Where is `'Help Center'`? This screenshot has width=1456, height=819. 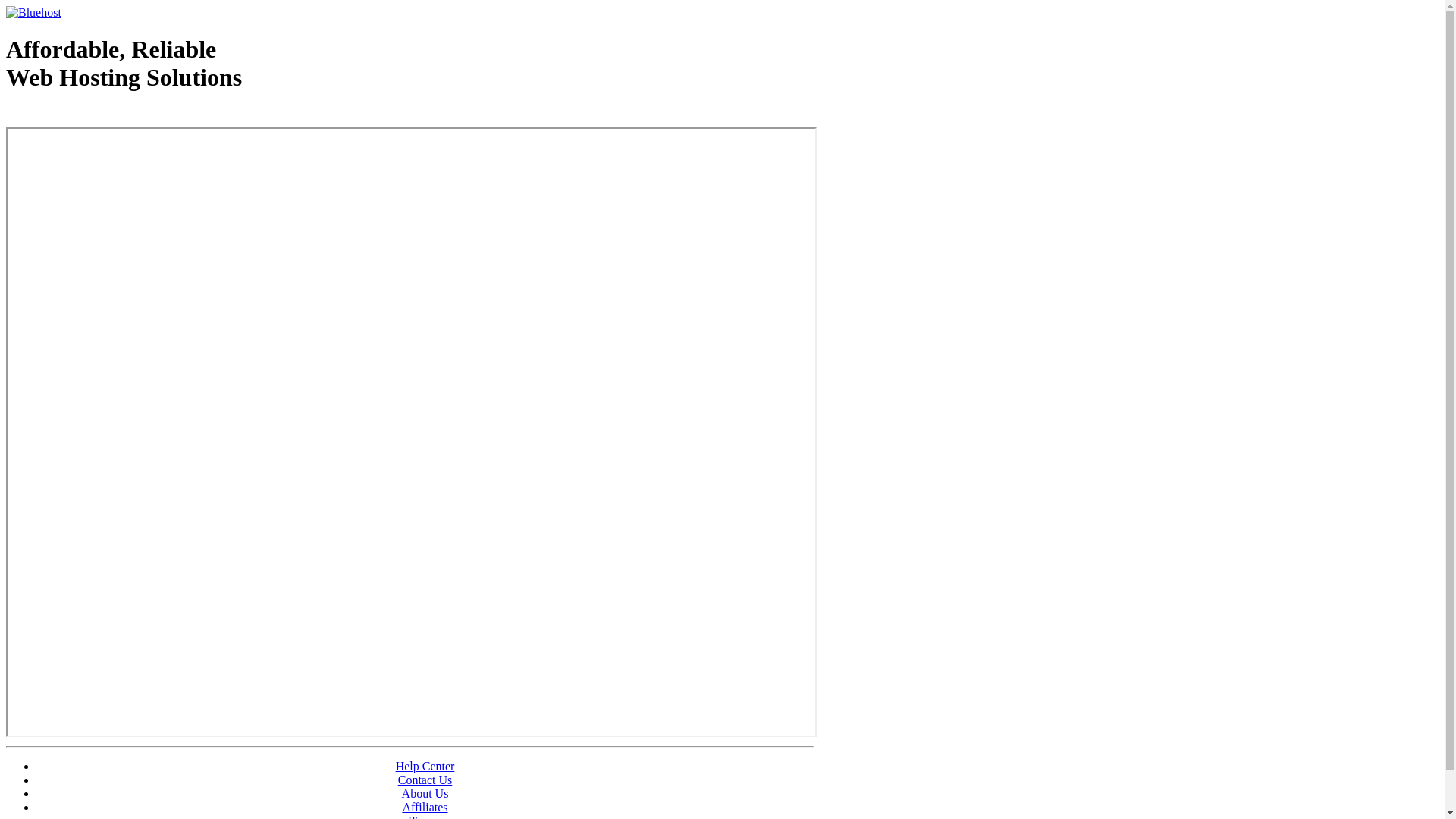 'Help Center' is located at coordinates (425, 766).